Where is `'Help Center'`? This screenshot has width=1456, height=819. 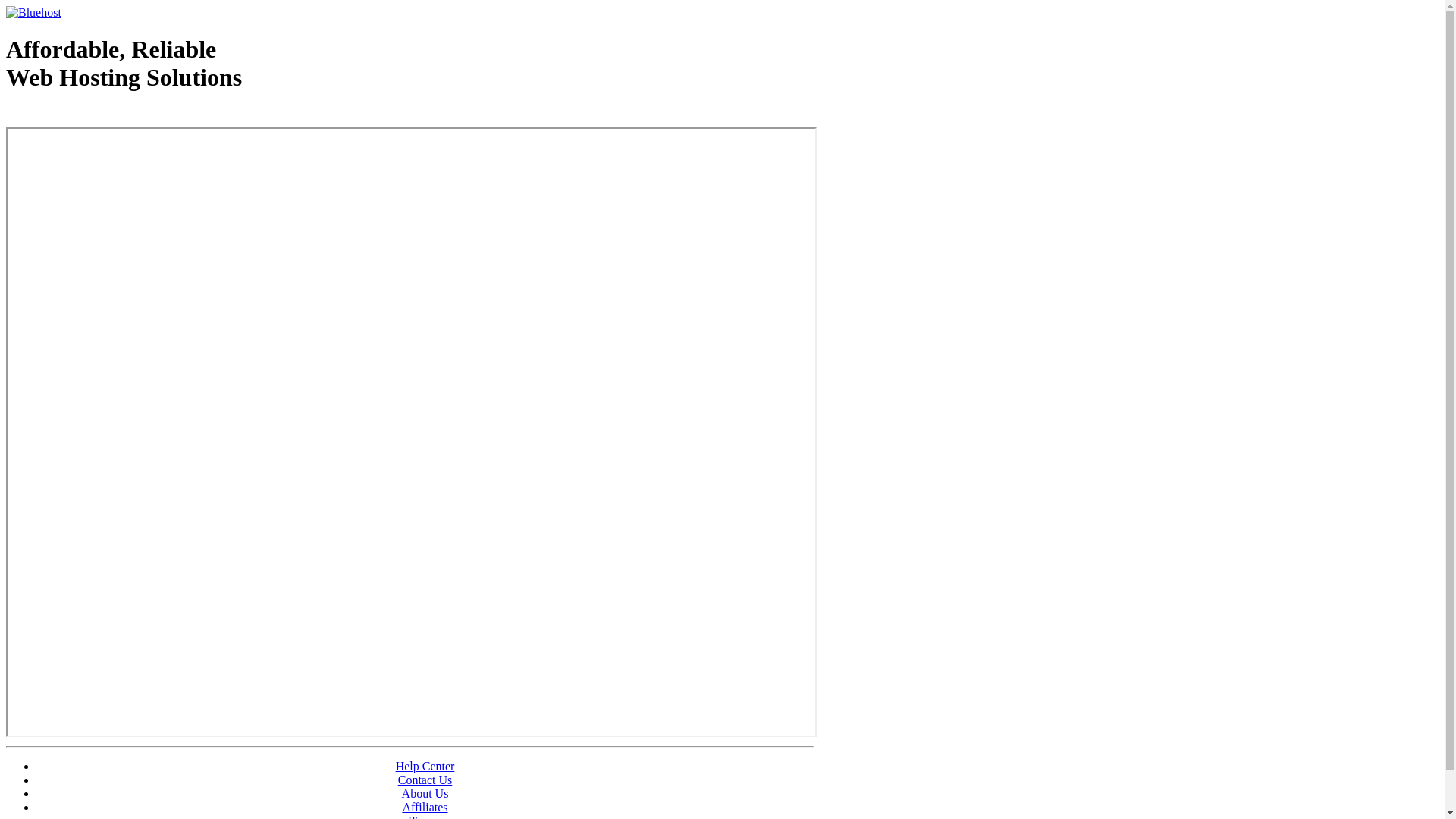 'Help Center' is located at coordinates (425, 766).